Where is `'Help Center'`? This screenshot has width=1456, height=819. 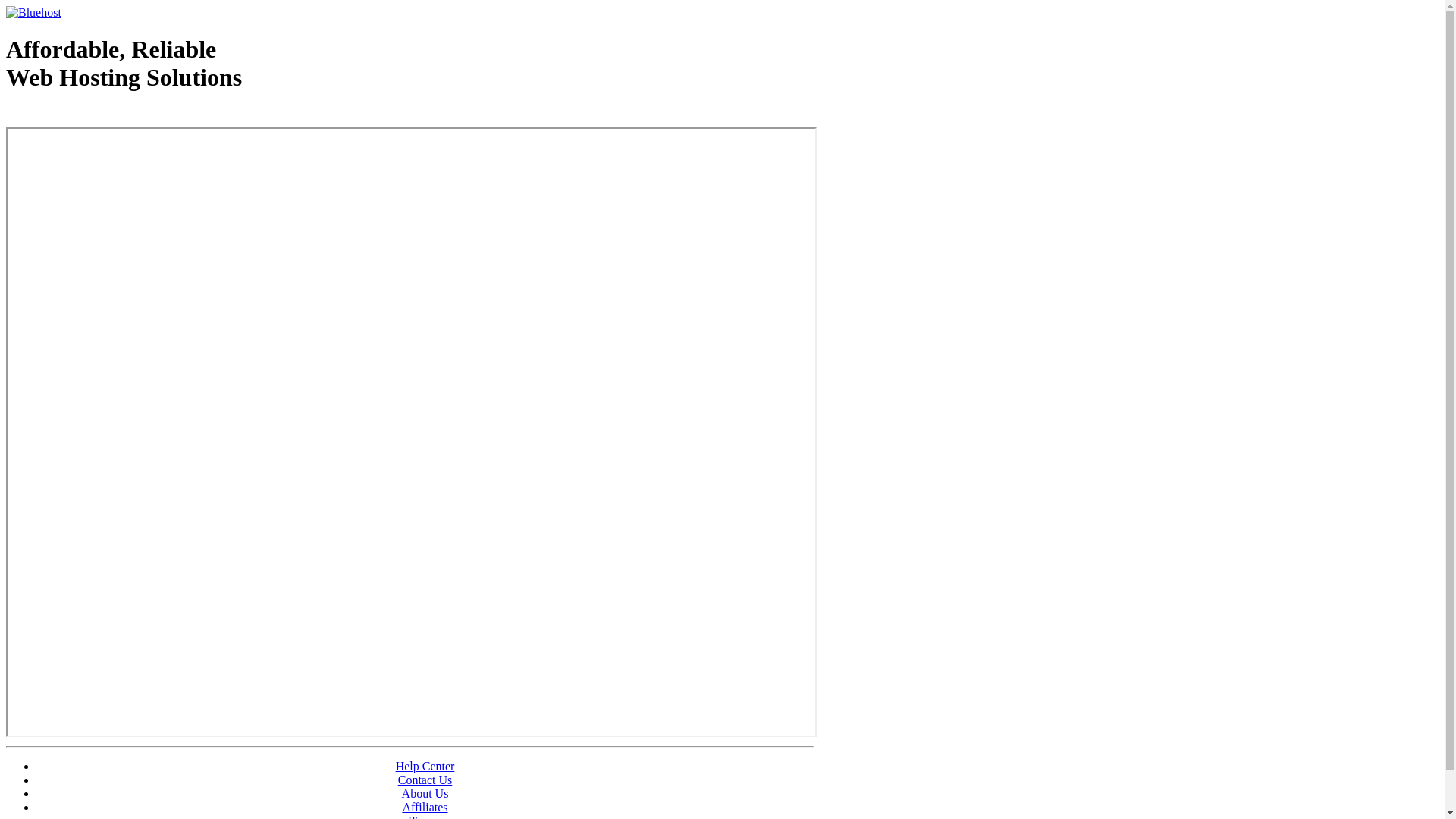 'Help Center' is located at coordinates (425, 766).